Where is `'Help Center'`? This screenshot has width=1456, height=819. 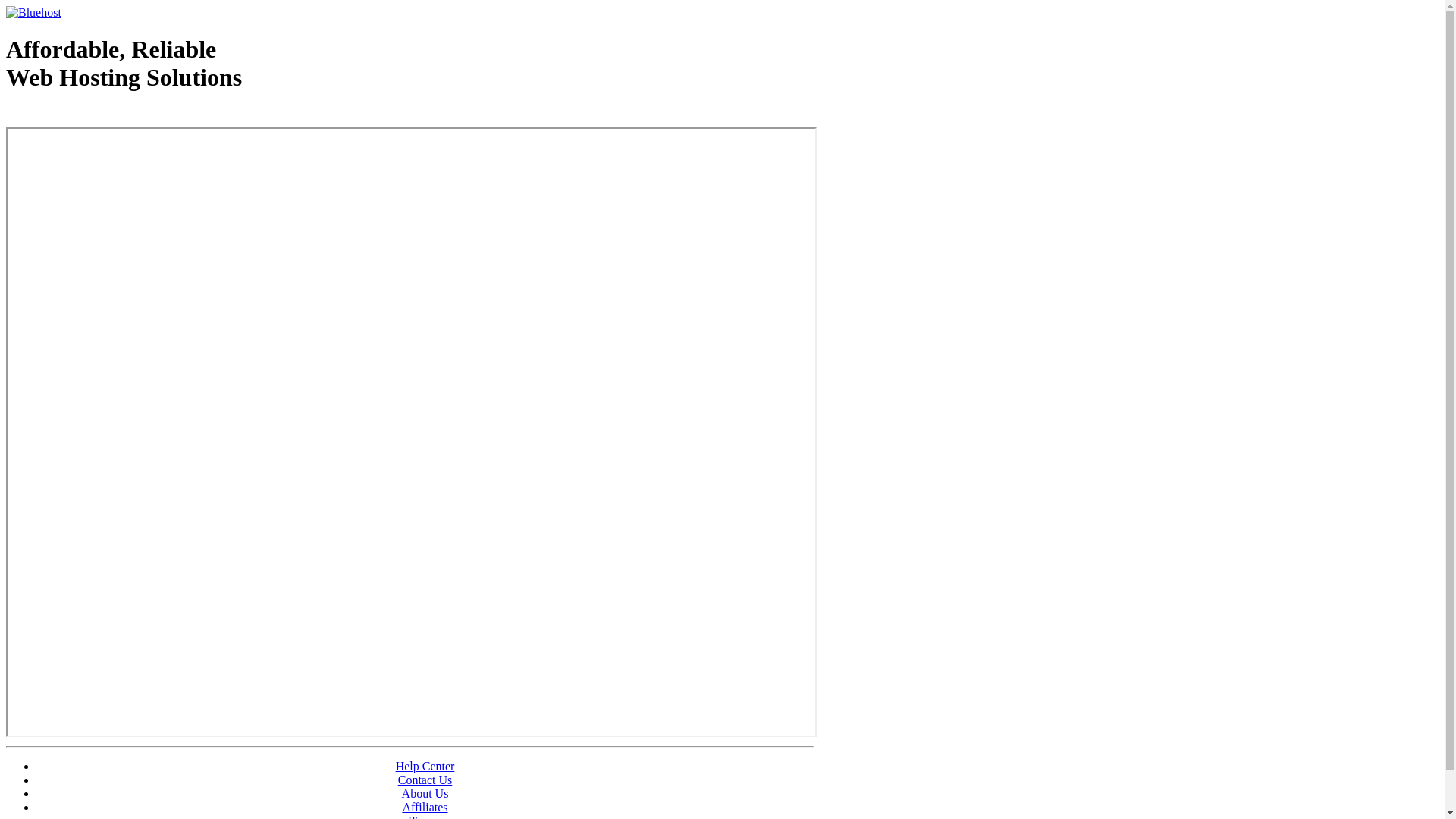 'Help Center' is located at coordinates (425, 766).